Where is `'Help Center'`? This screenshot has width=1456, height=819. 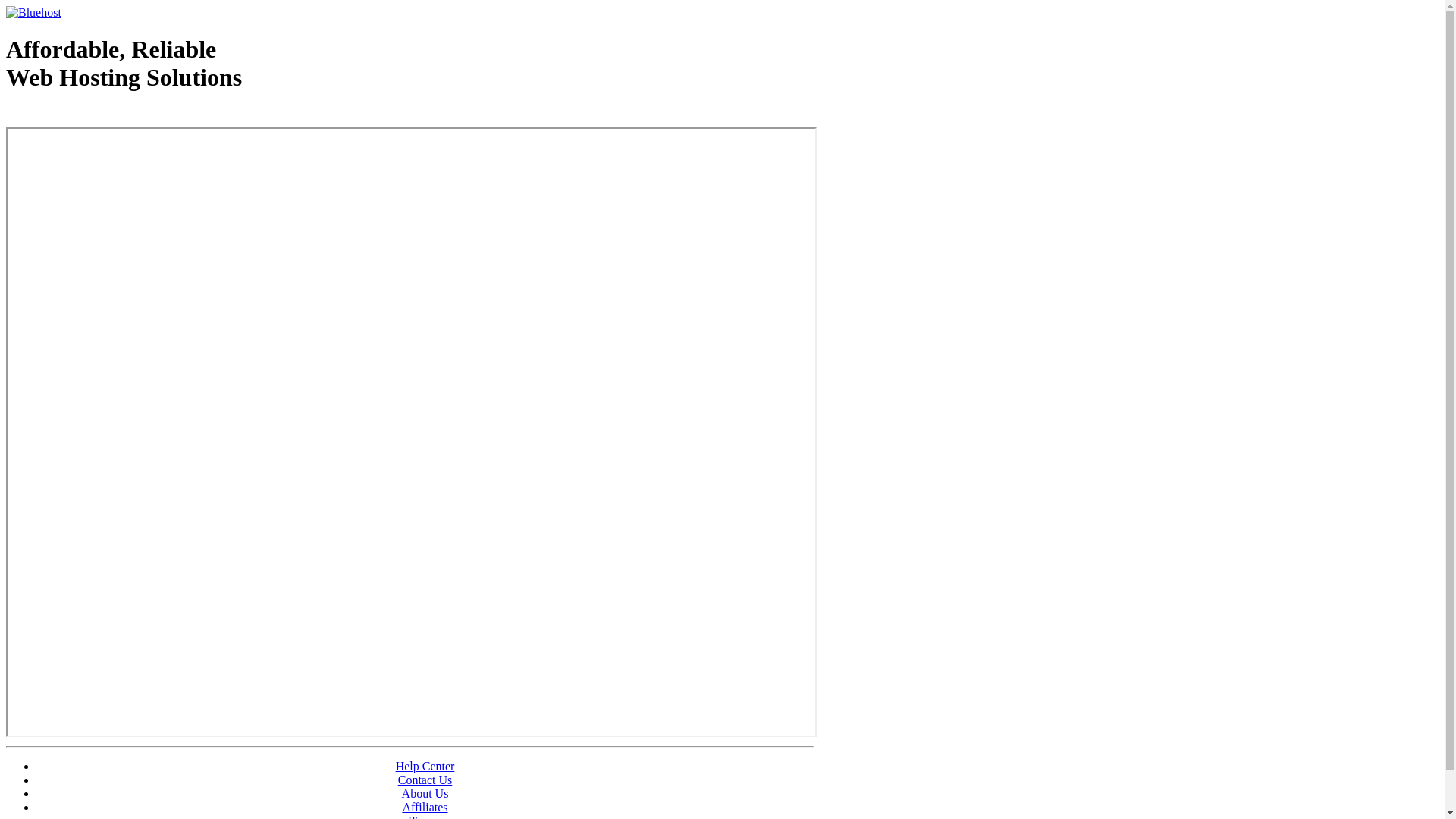 'Help Center' is located at coordinates (425, 766).